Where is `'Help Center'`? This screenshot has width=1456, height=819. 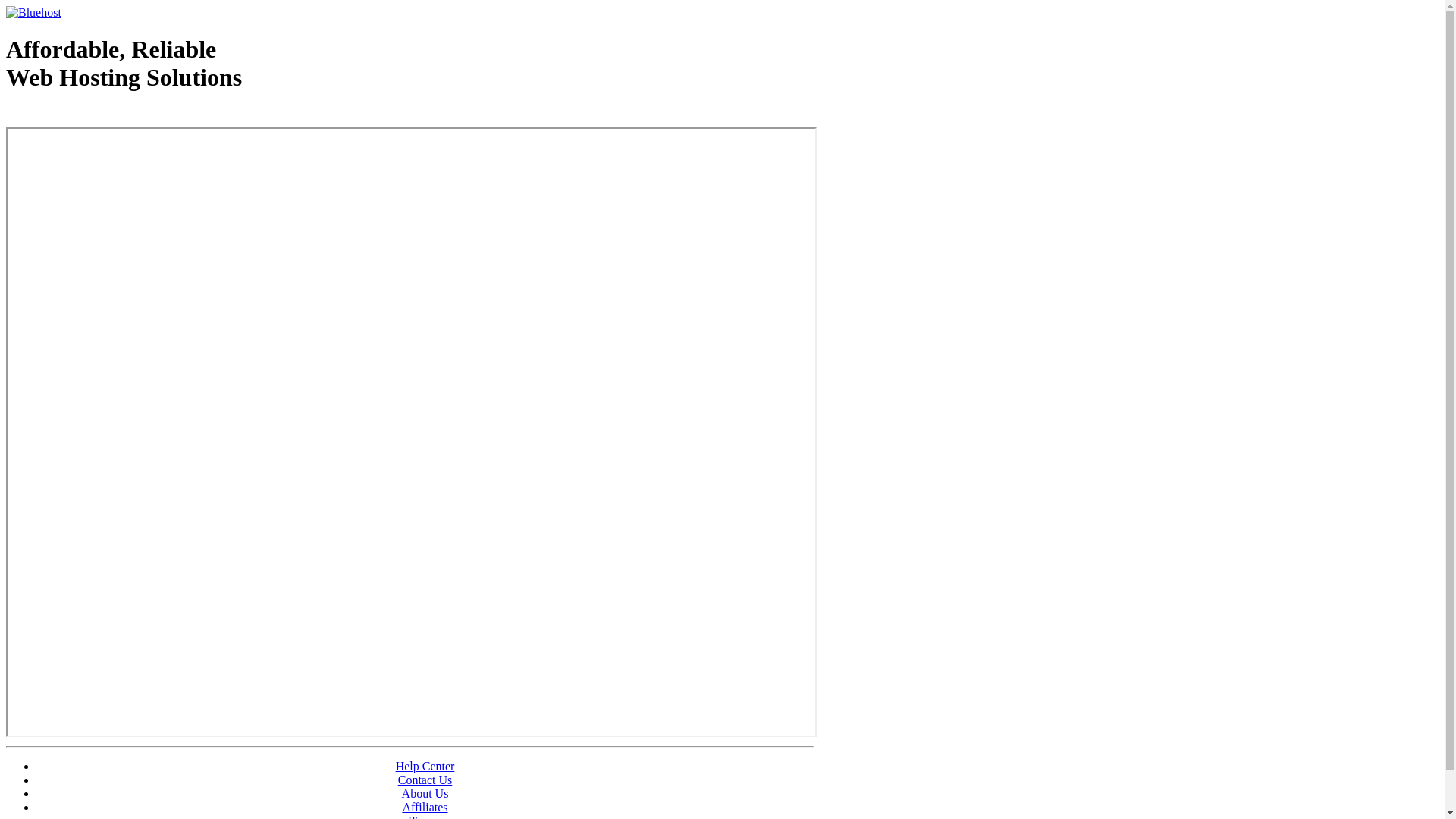 'Help Center' is located at coordinates (425, 766).